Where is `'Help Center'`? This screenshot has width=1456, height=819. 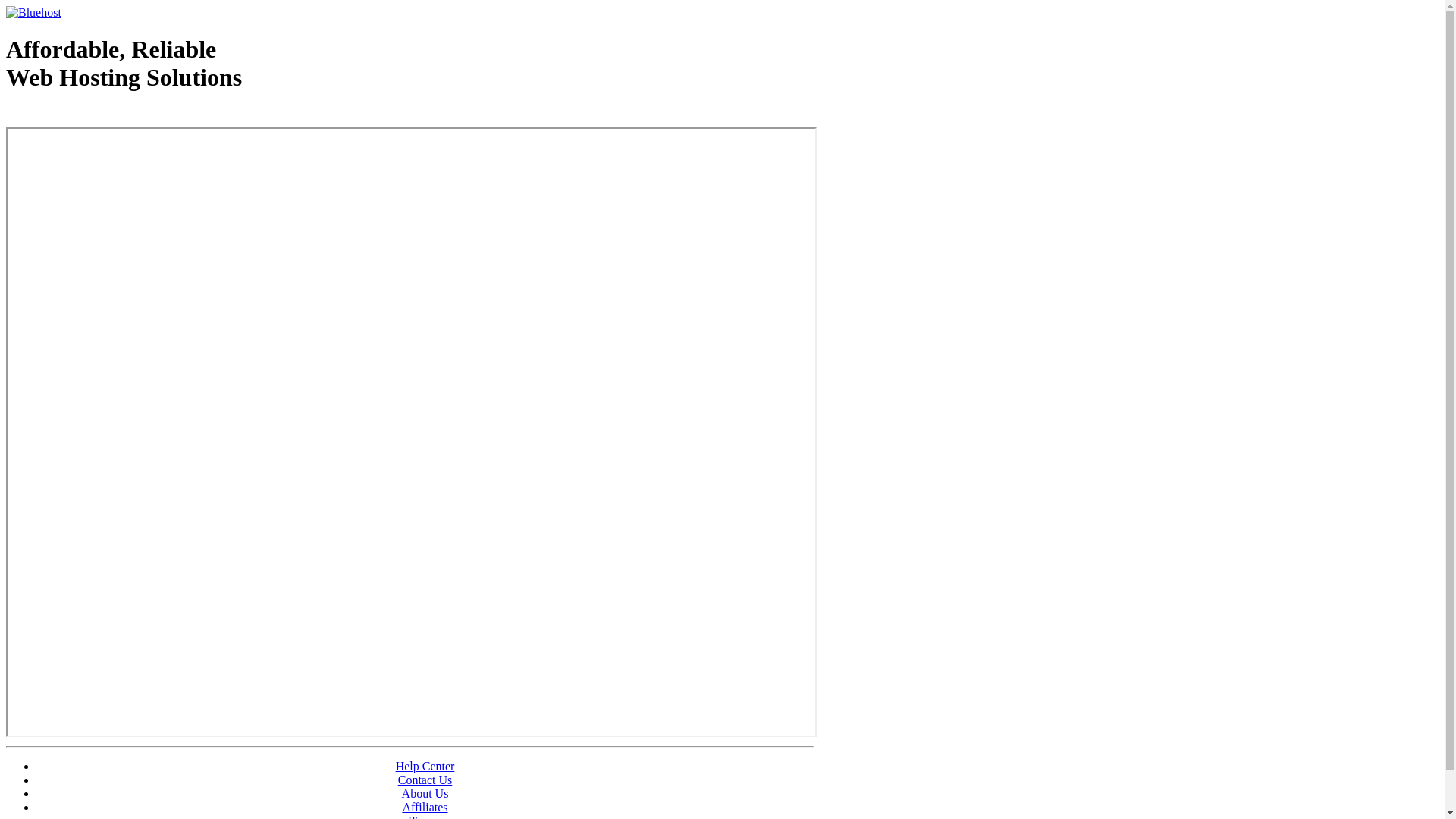 'Help Center' is located at coordinates (425, 766).